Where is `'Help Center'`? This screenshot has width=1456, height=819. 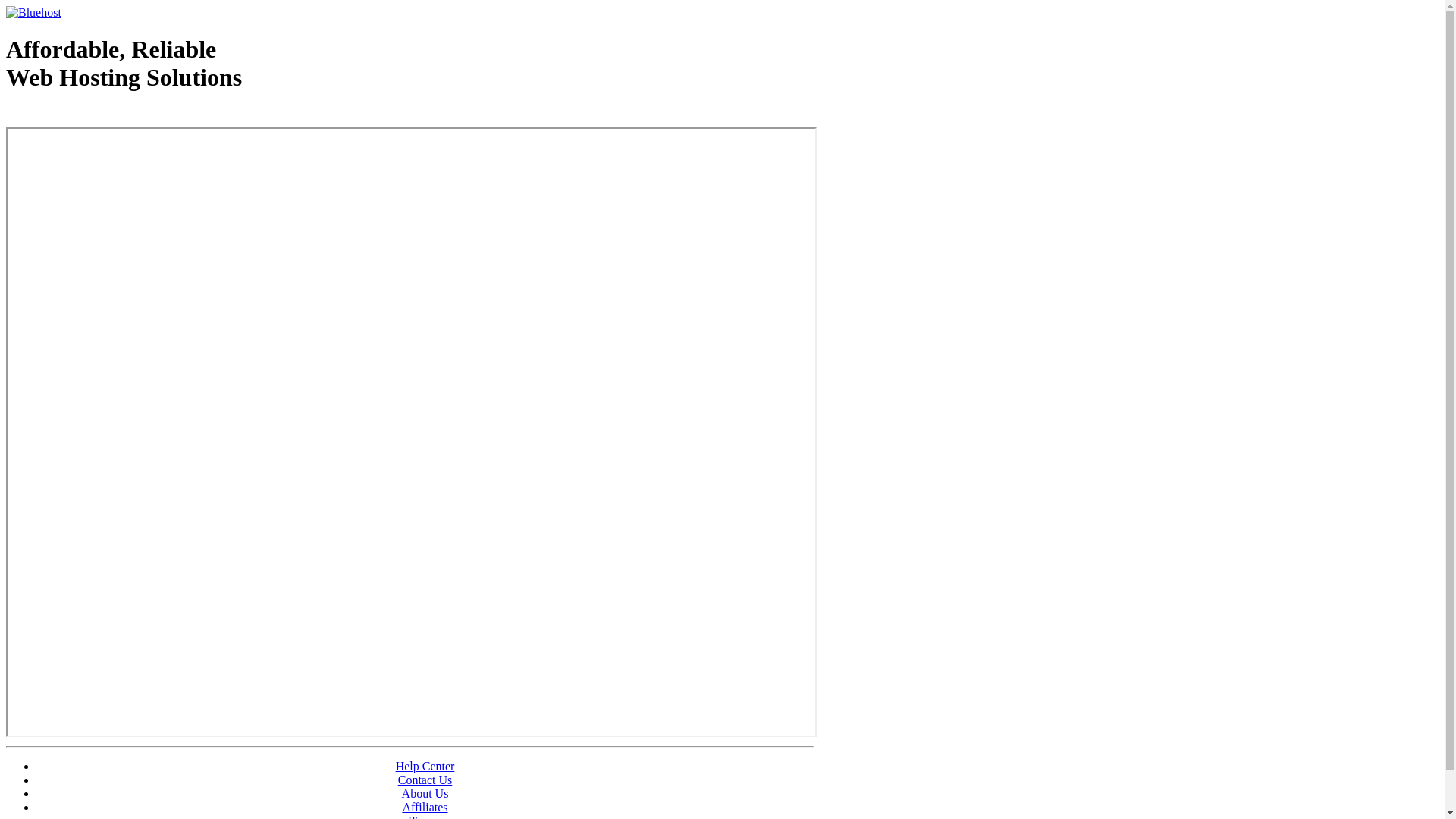 'Help Center' is located at coordinates (425, 766).